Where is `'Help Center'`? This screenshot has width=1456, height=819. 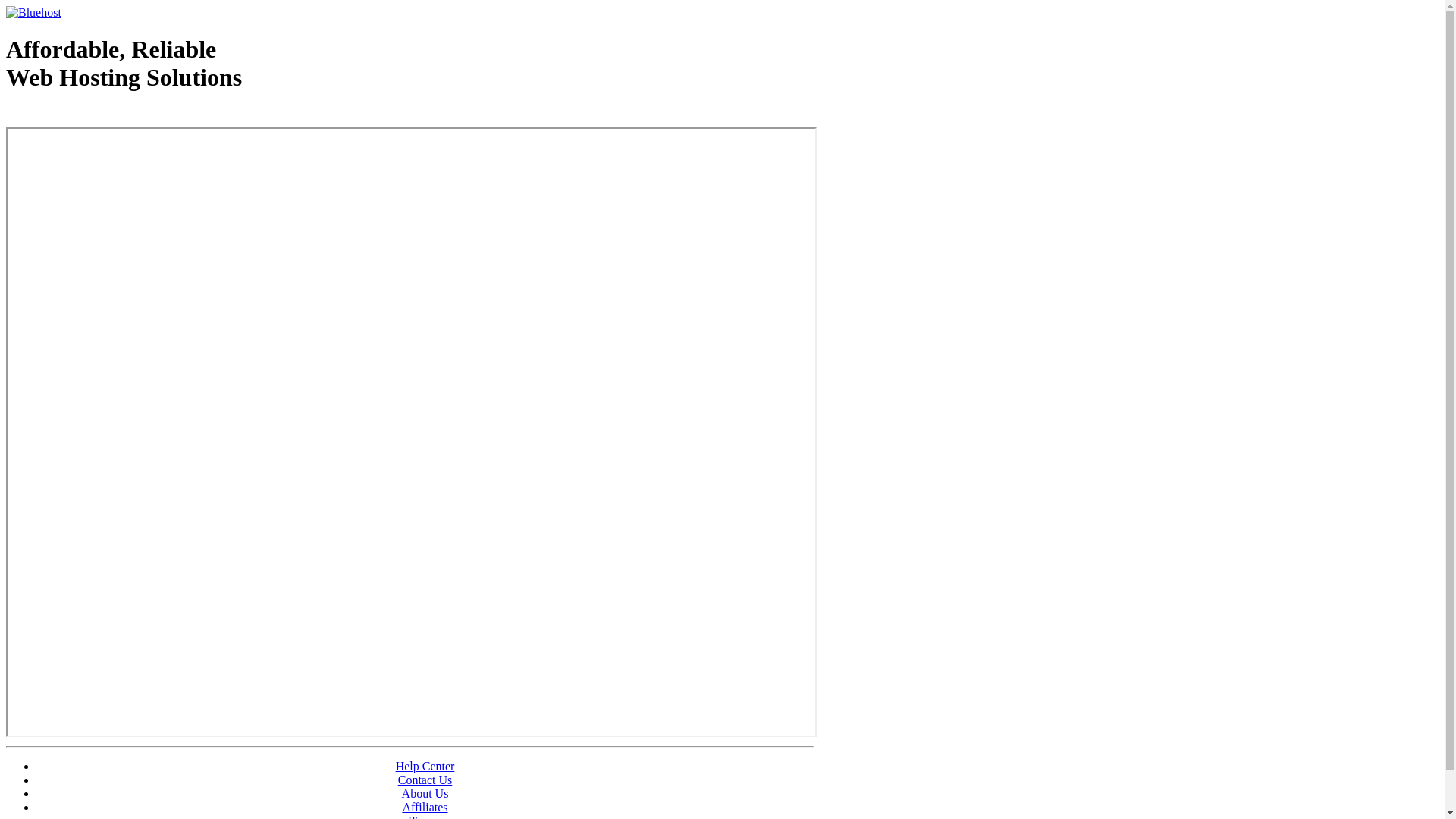 'Help Center' is located at coordinates (425, 766).